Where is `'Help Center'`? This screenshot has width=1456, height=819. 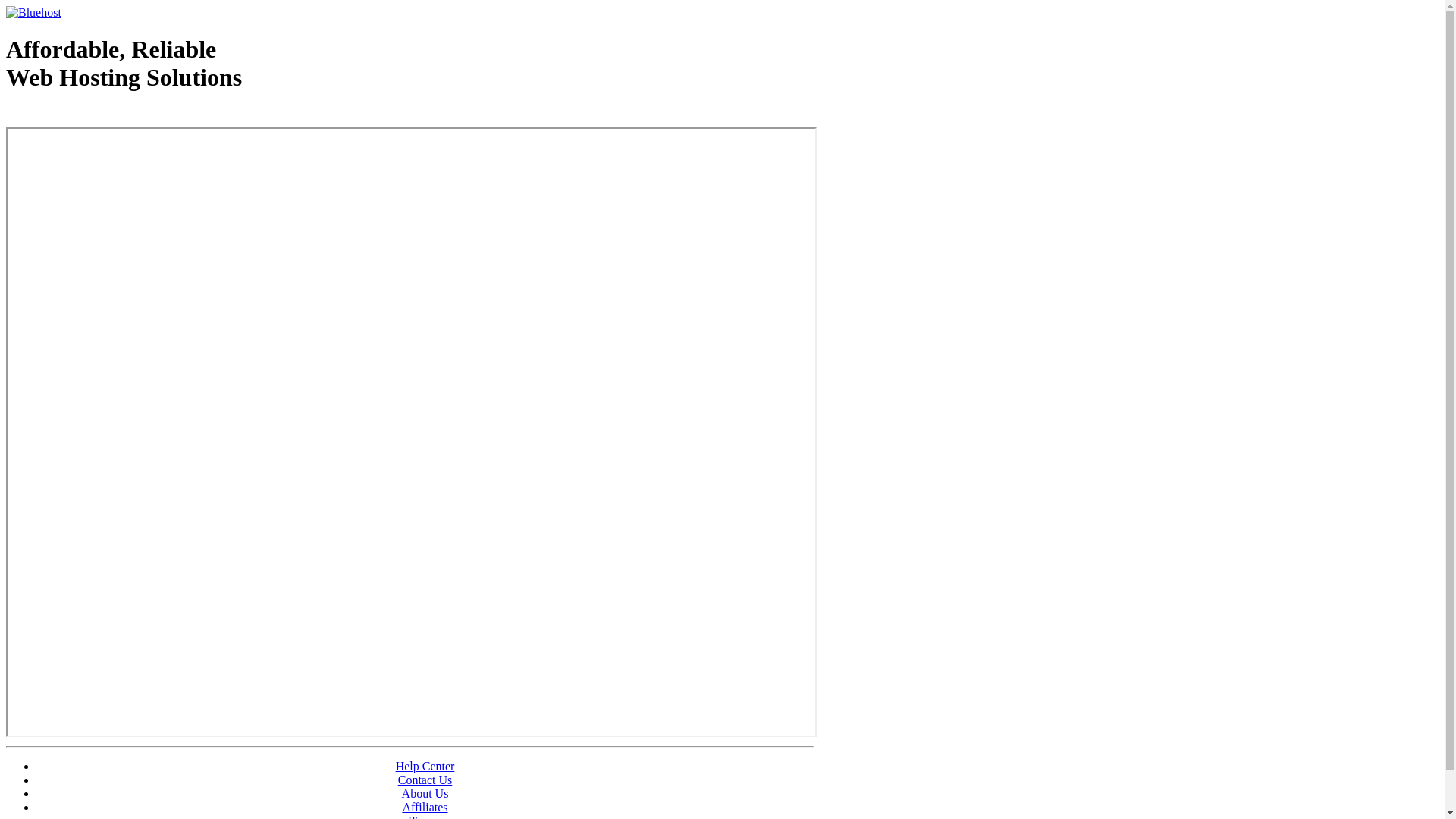 'Help Center' is located at coordinates (425, 766).